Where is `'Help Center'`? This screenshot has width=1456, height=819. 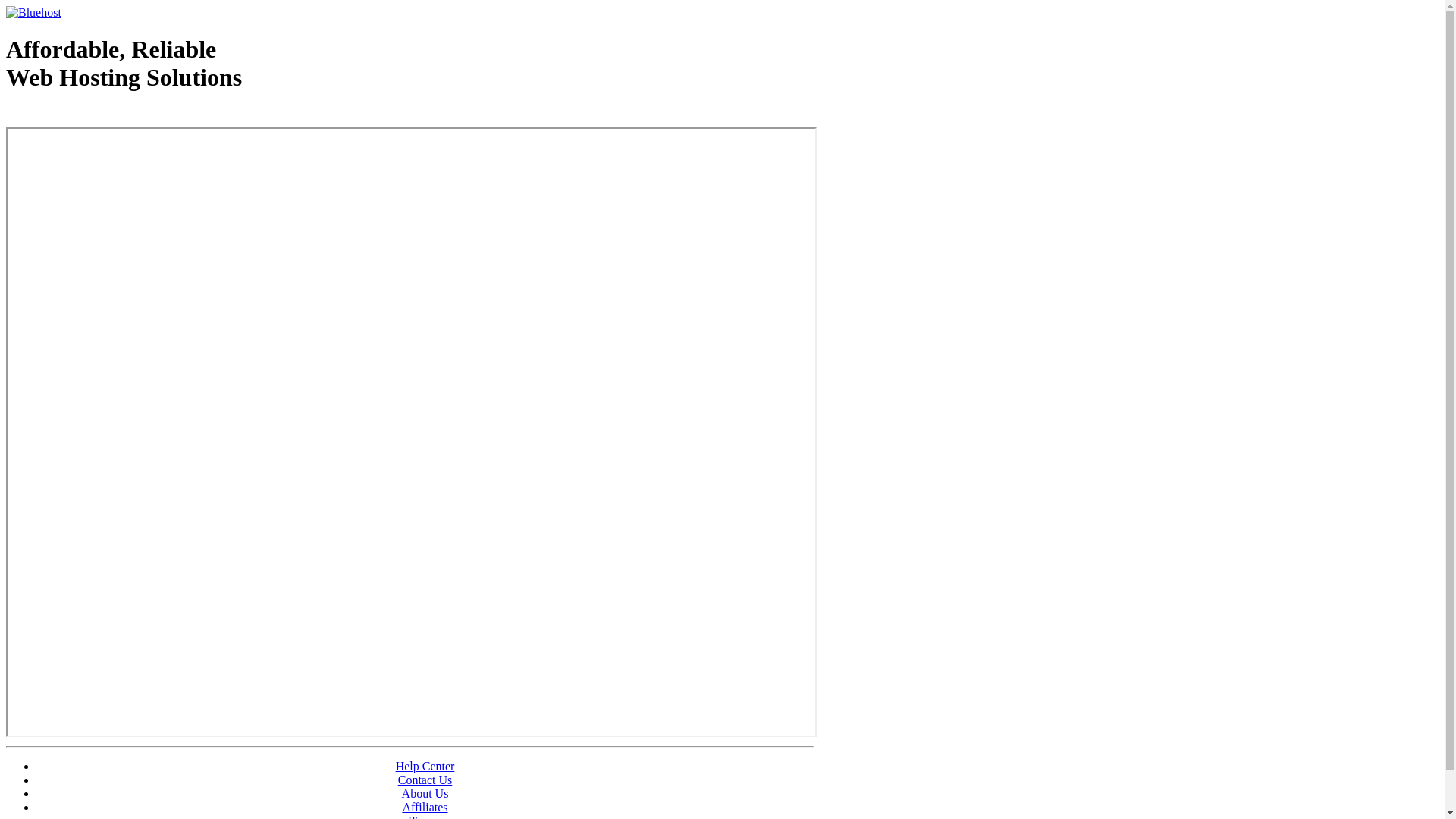 'Help Center' is located at coordinates (425, 766).